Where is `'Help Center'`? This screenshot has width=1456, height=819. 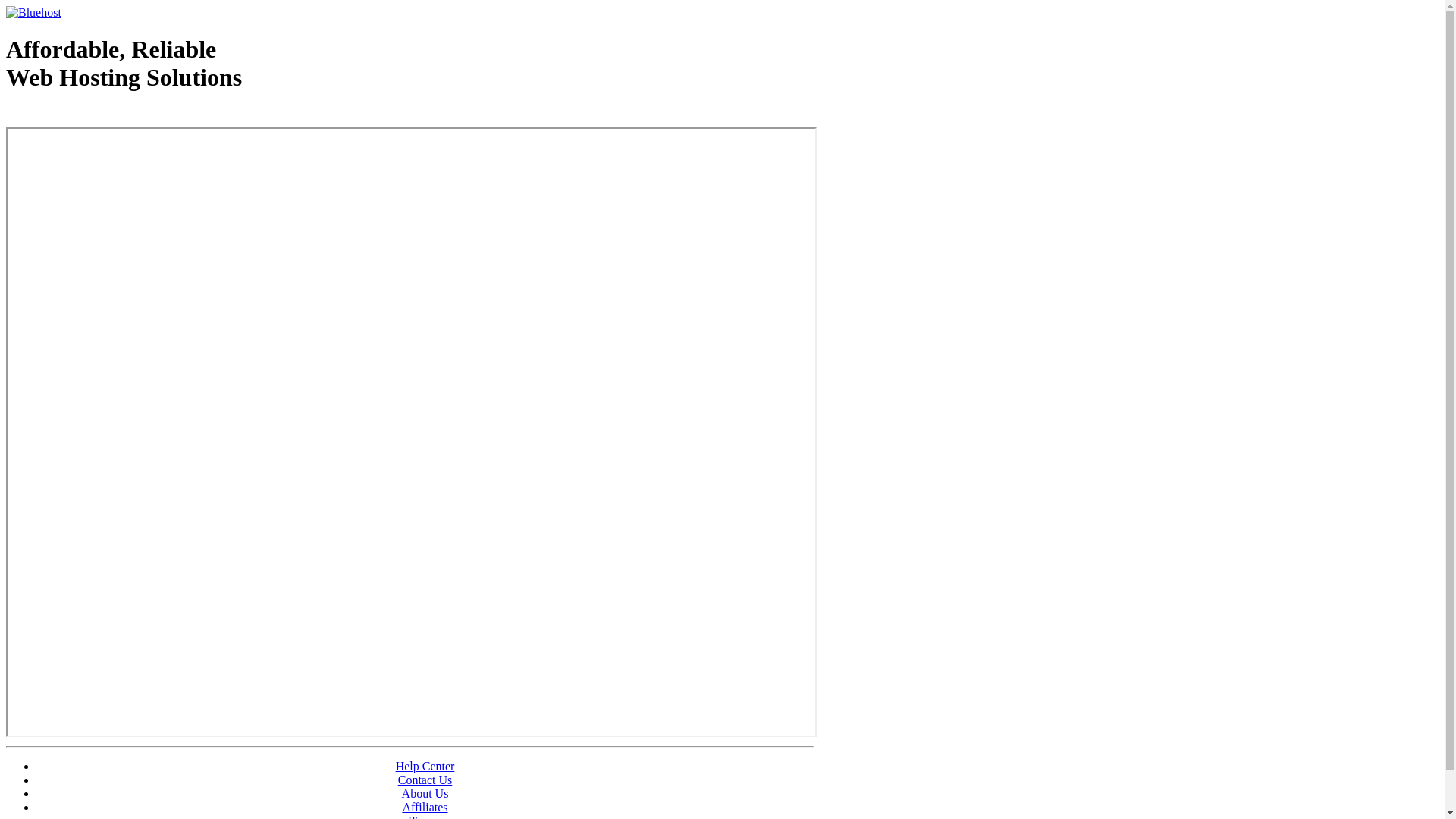 'Help Center' is located at coordinates (425, 766).